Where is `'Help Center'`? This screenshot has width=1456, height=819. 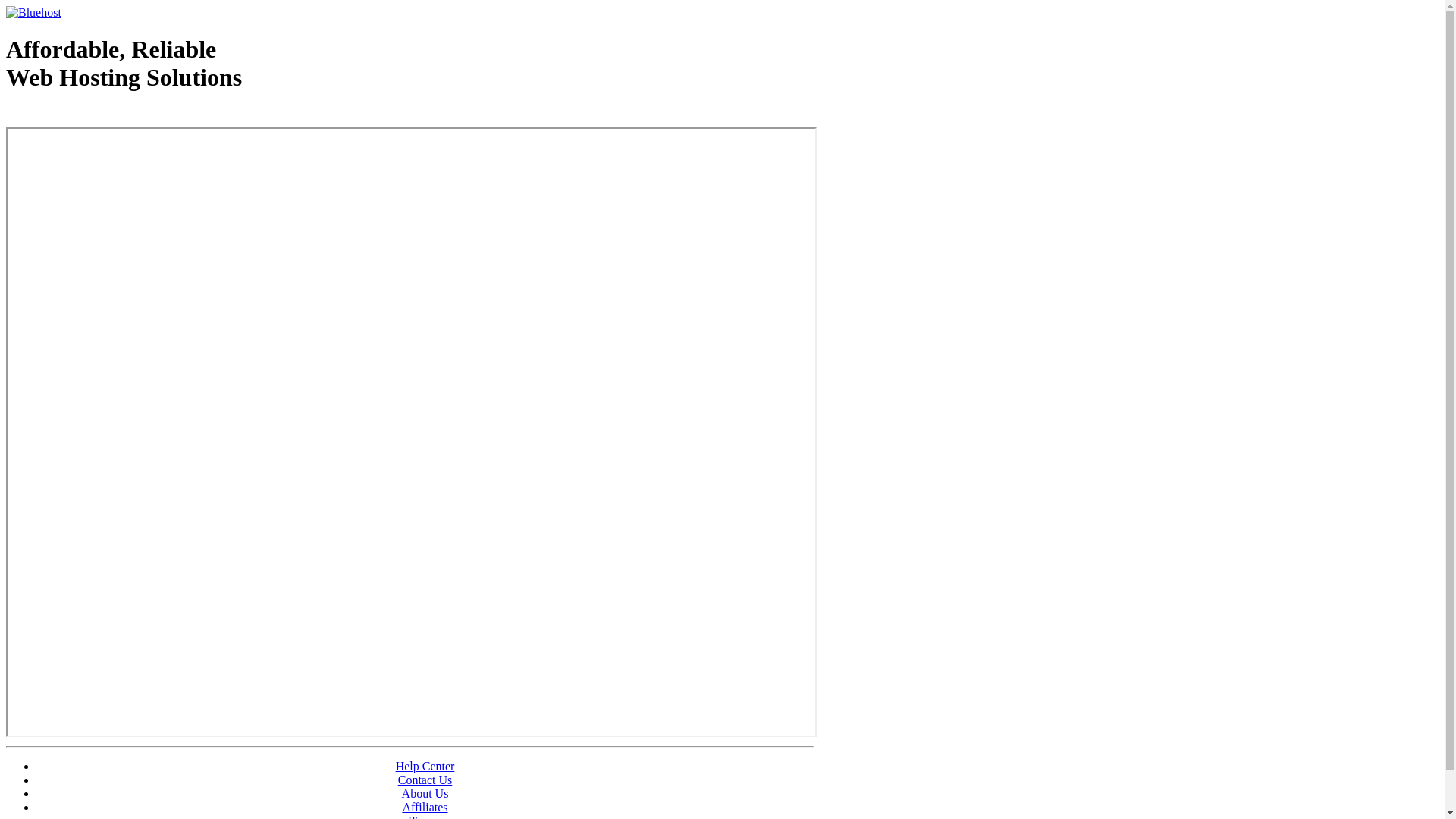 'Help Center' is located at coordinates (425, 766).